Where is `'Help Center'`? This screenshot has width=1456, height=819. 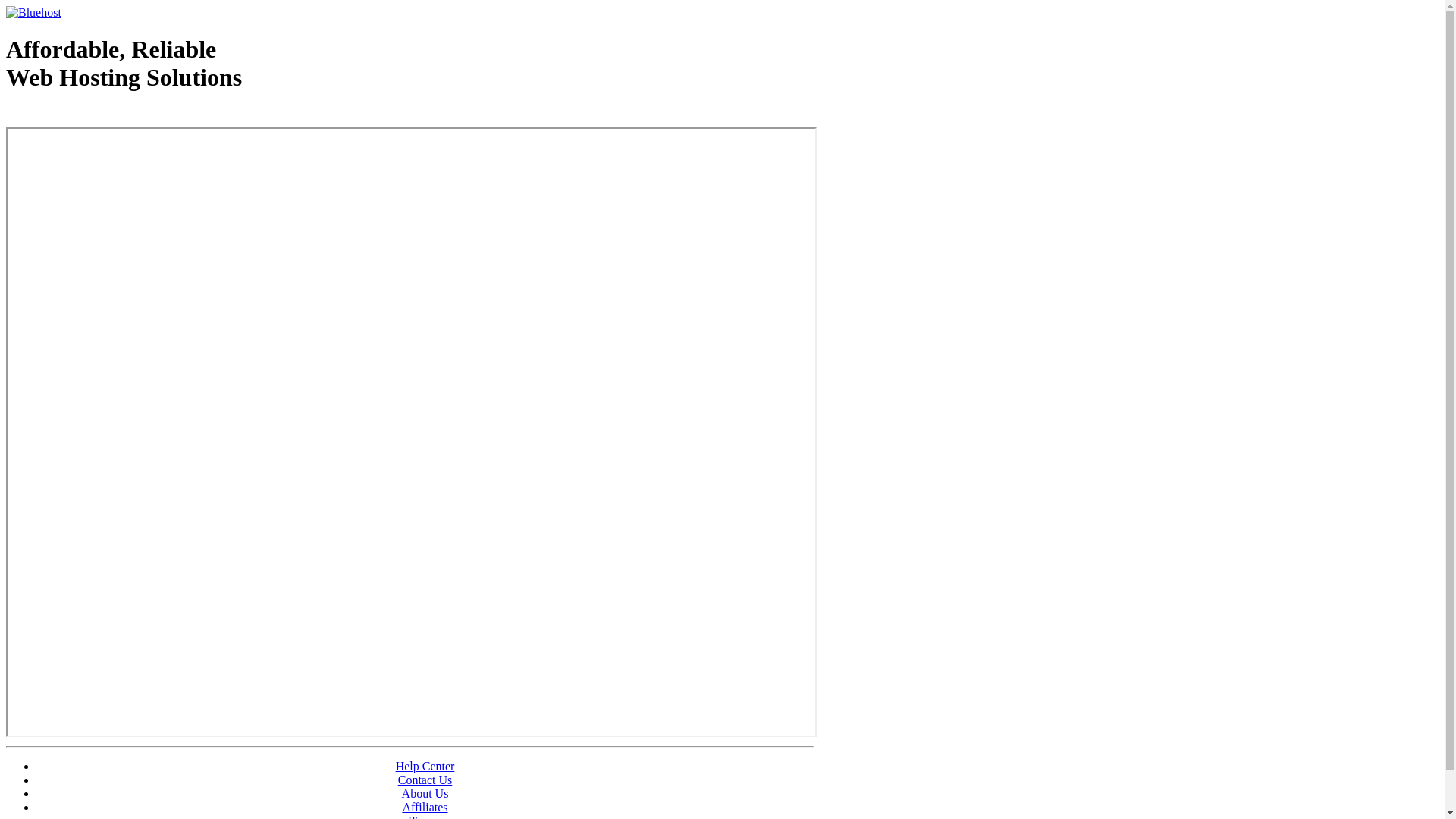 'Help Center' is located at coordinates (425, 766).